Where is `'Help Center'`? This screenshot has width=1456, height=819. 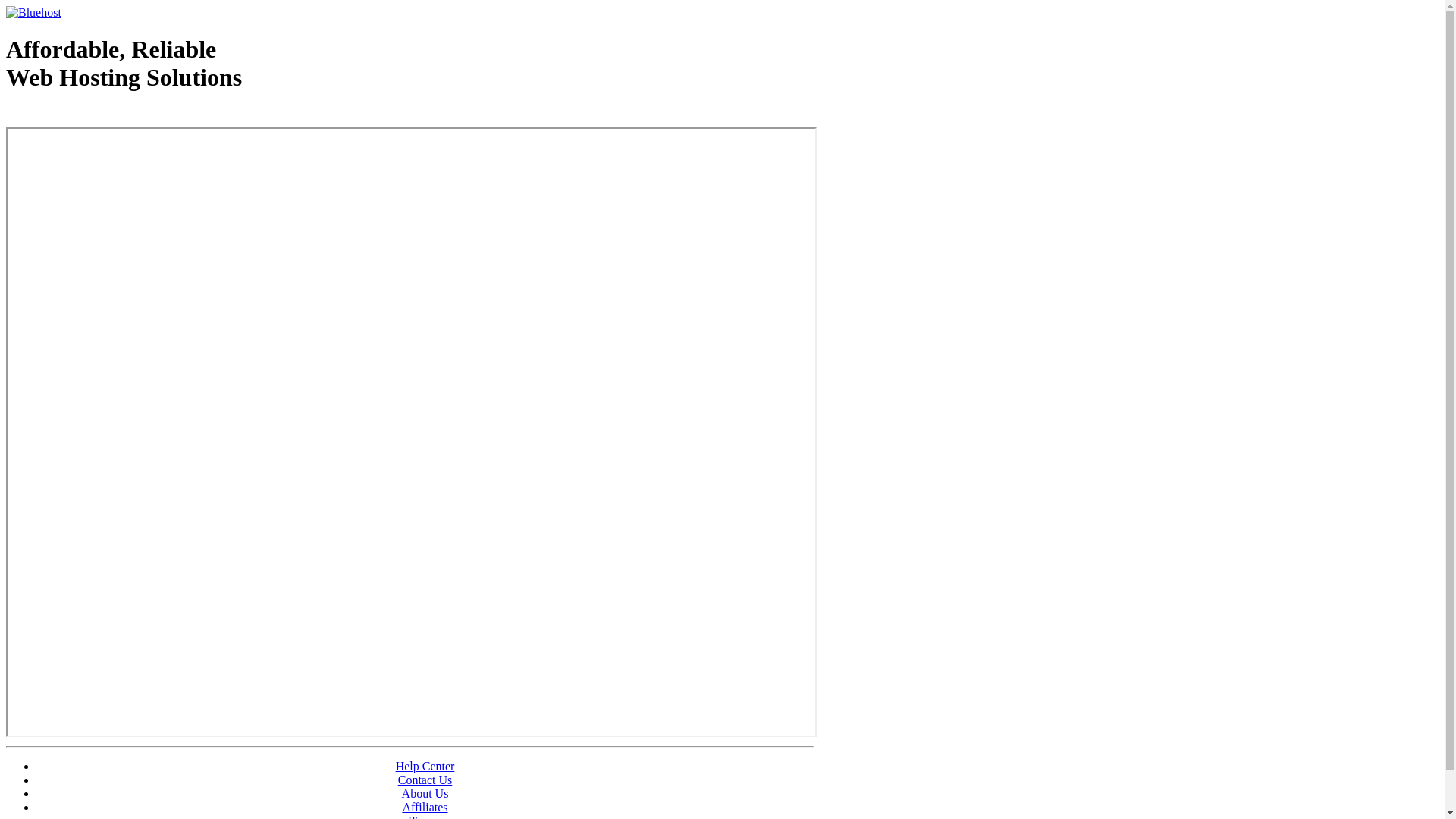 'Help Center' is located at coordinates (425, 766).